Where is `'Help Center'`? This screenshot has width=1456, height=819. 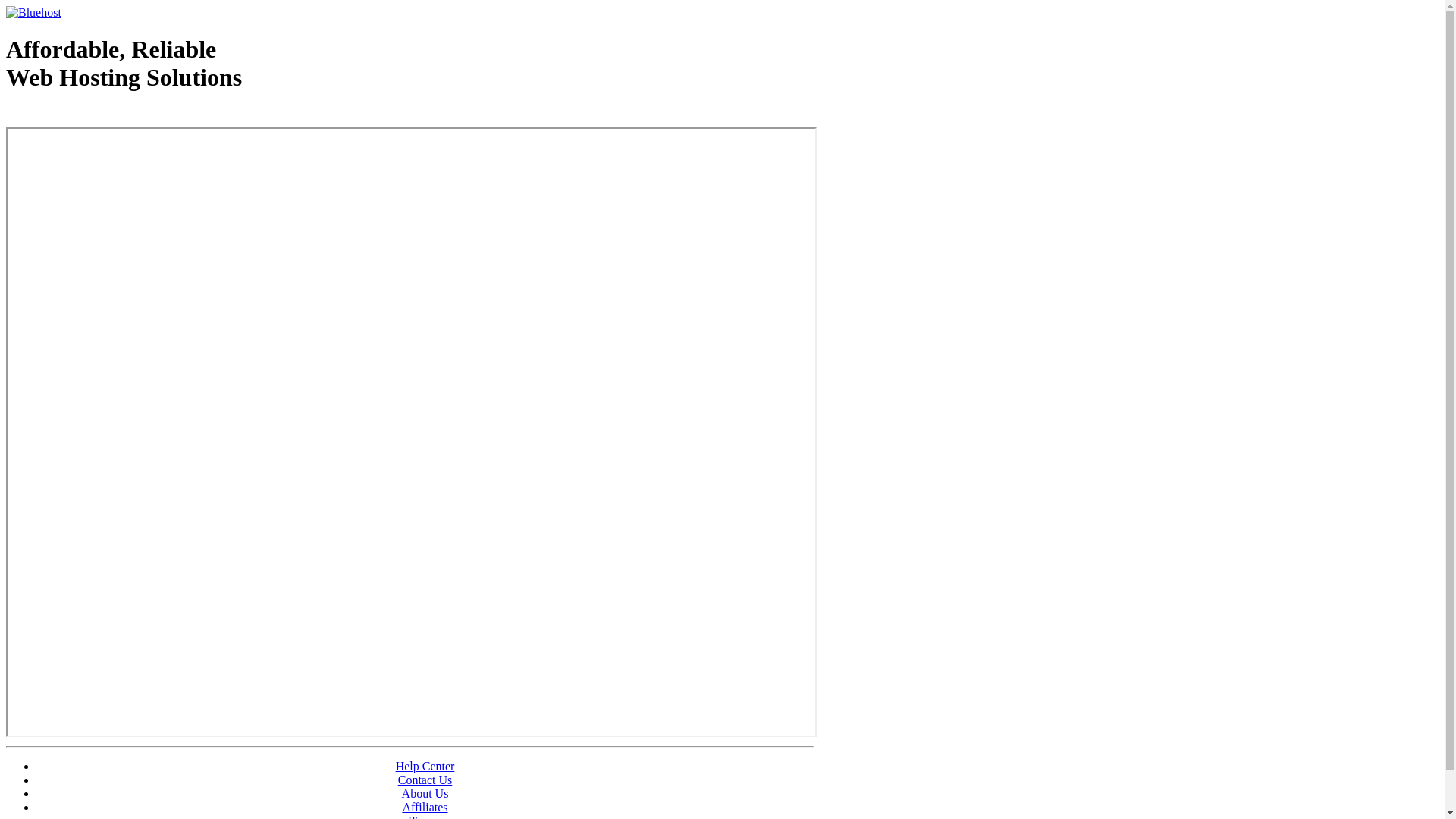 'Help Center' is located at coordinates (425, 766).